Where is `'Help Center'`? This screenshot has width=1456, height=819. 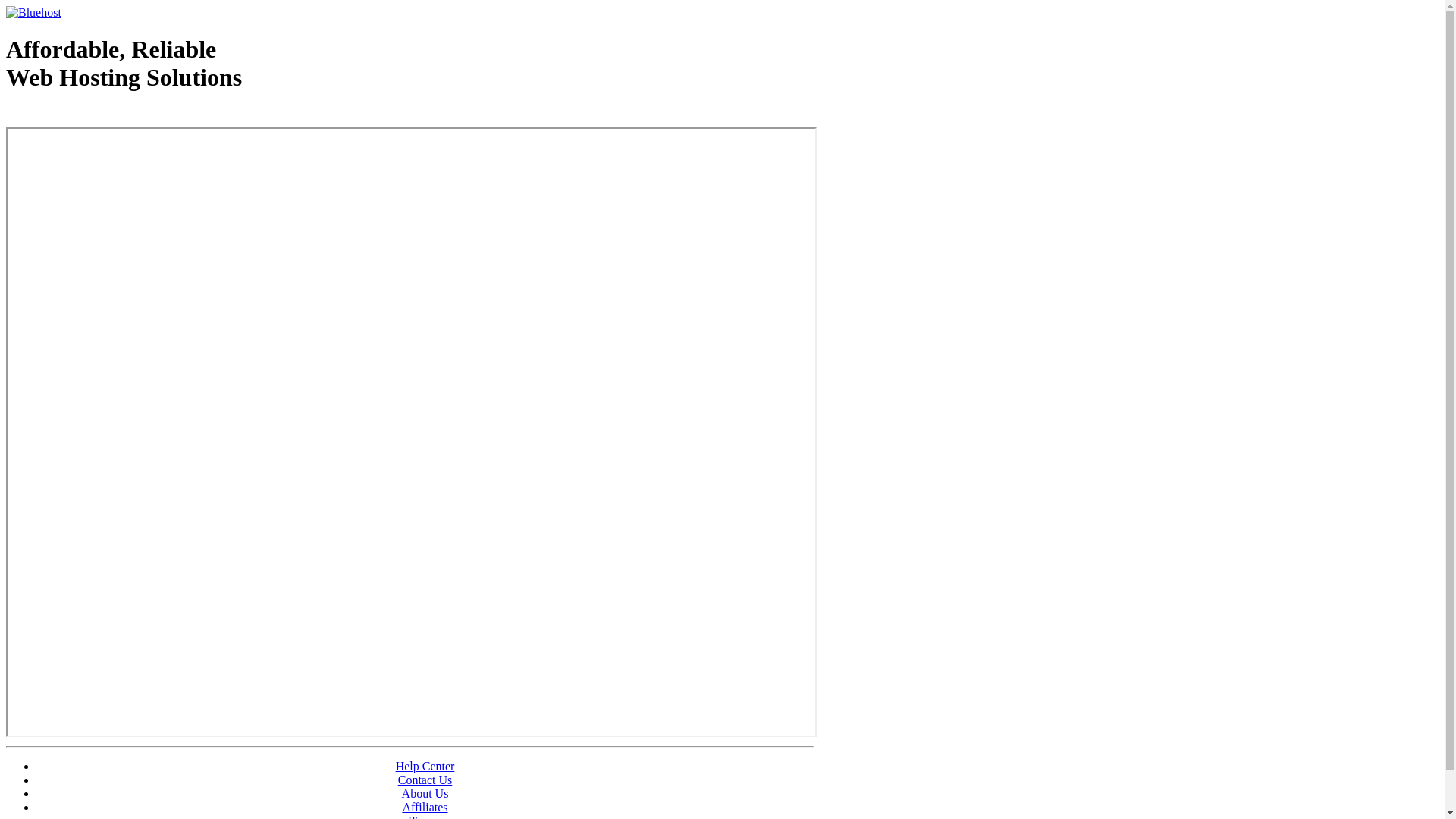 'Help Center' is located at coordinates (425, 766).